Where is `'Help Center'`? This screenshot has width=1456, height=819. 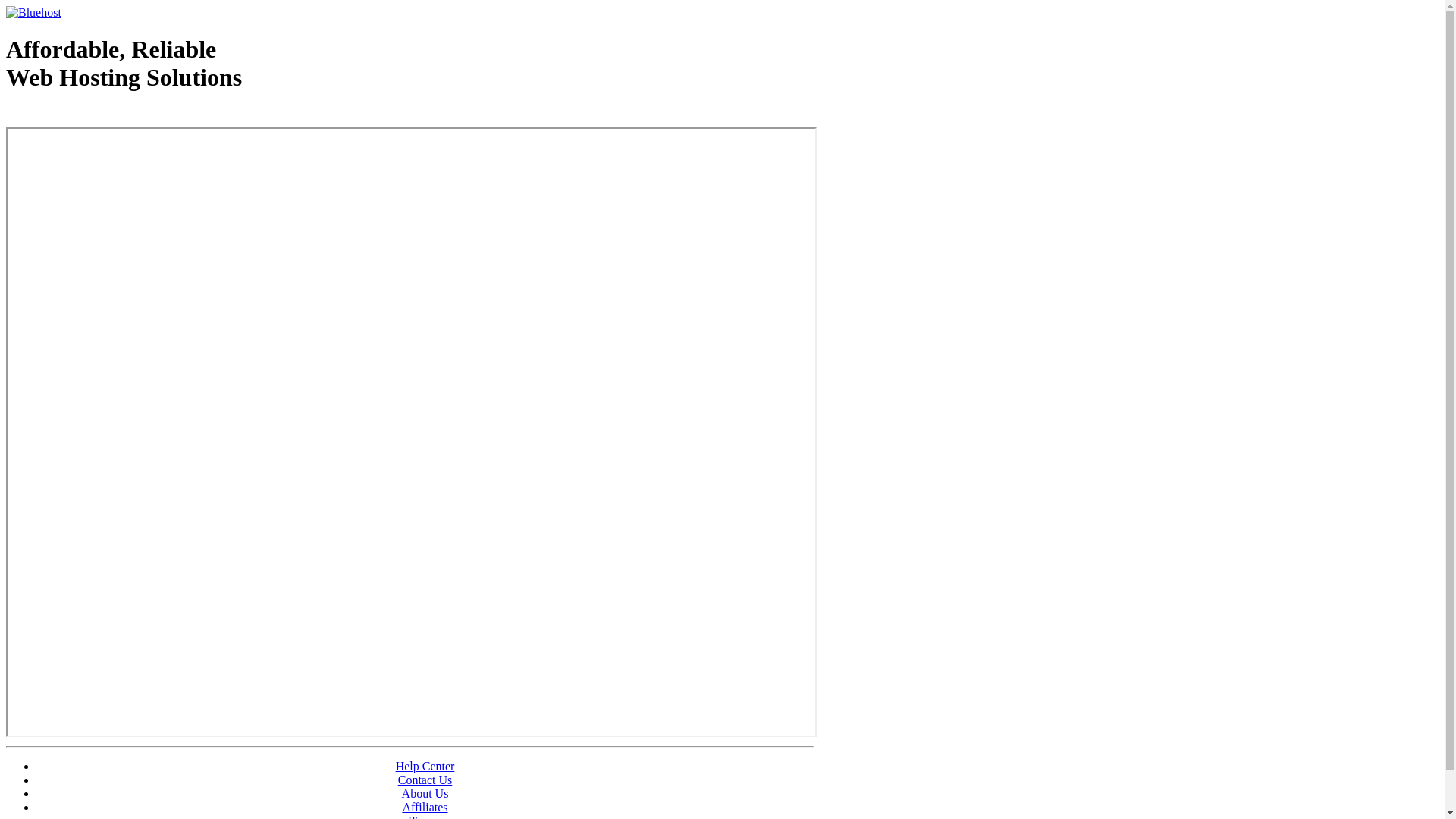 'Help Center' is located at coordinates (425, 766).